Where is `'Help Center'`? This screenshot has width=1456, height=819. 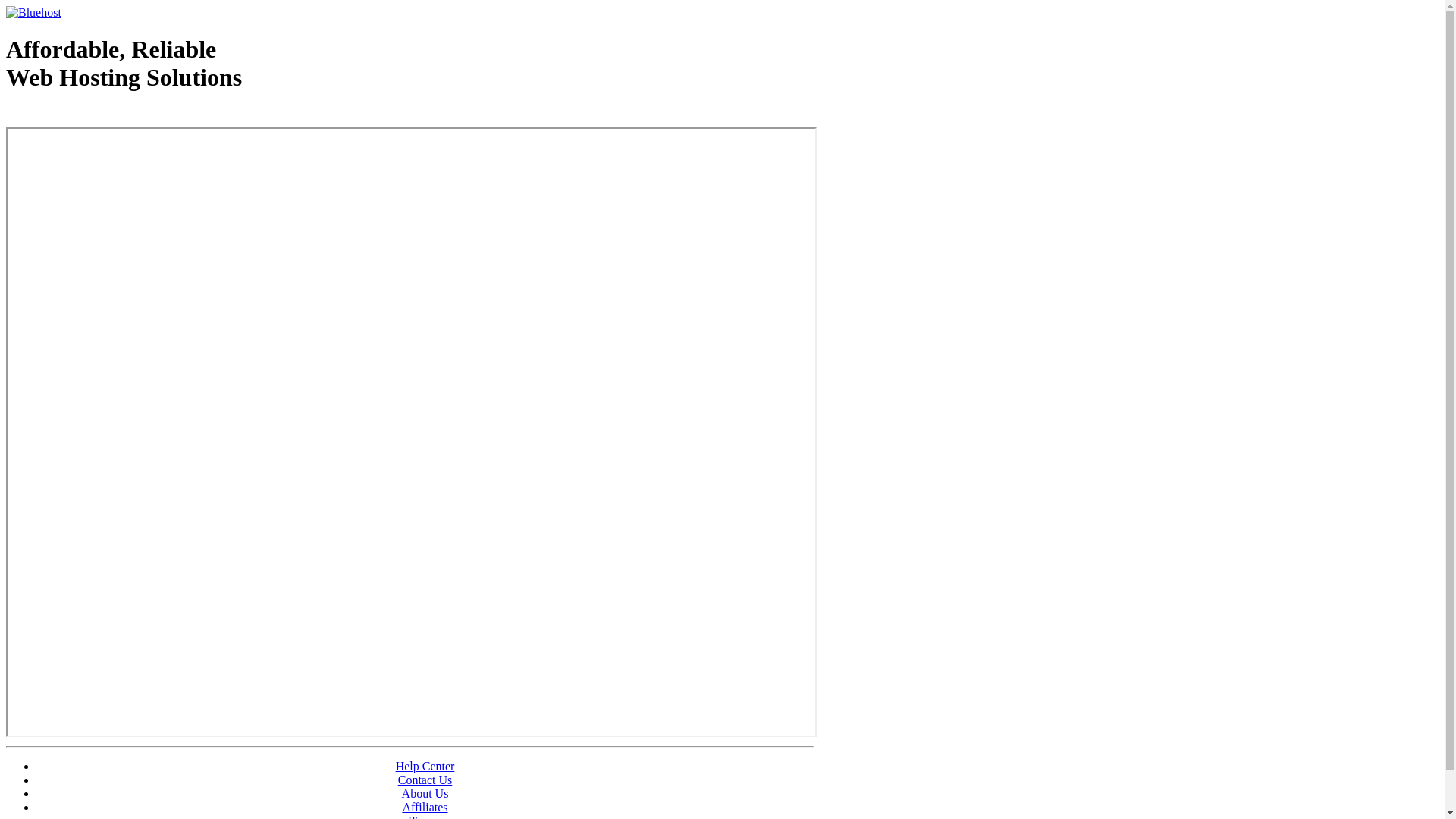 'Help Center' is located at coordinates (425, 766).